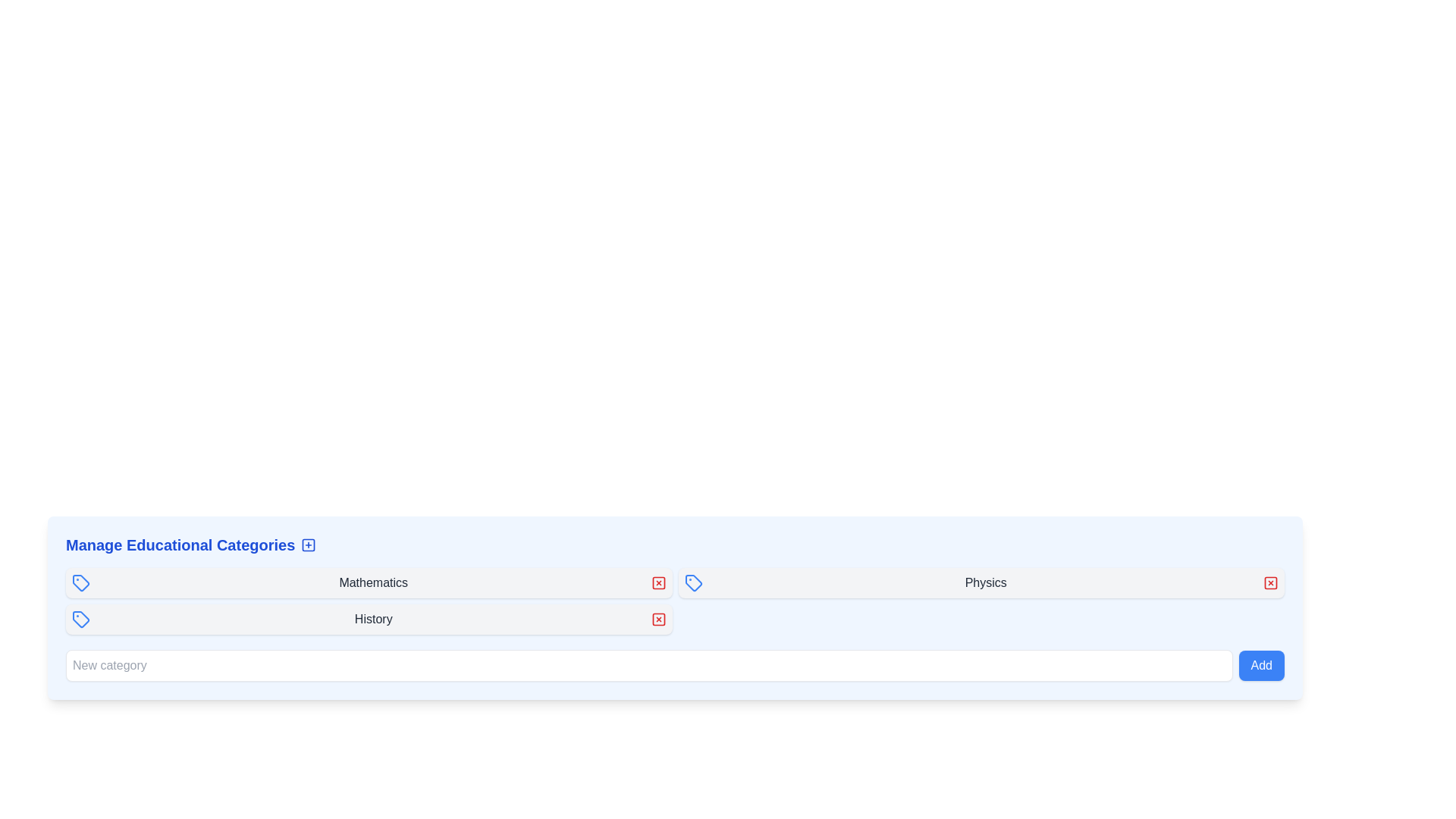  I want to click on label 'History' from the third entry row in the 'Manage Educational Categories' grid, which contains a labeled category entry with an icon and a delete button, so click(369, 620).